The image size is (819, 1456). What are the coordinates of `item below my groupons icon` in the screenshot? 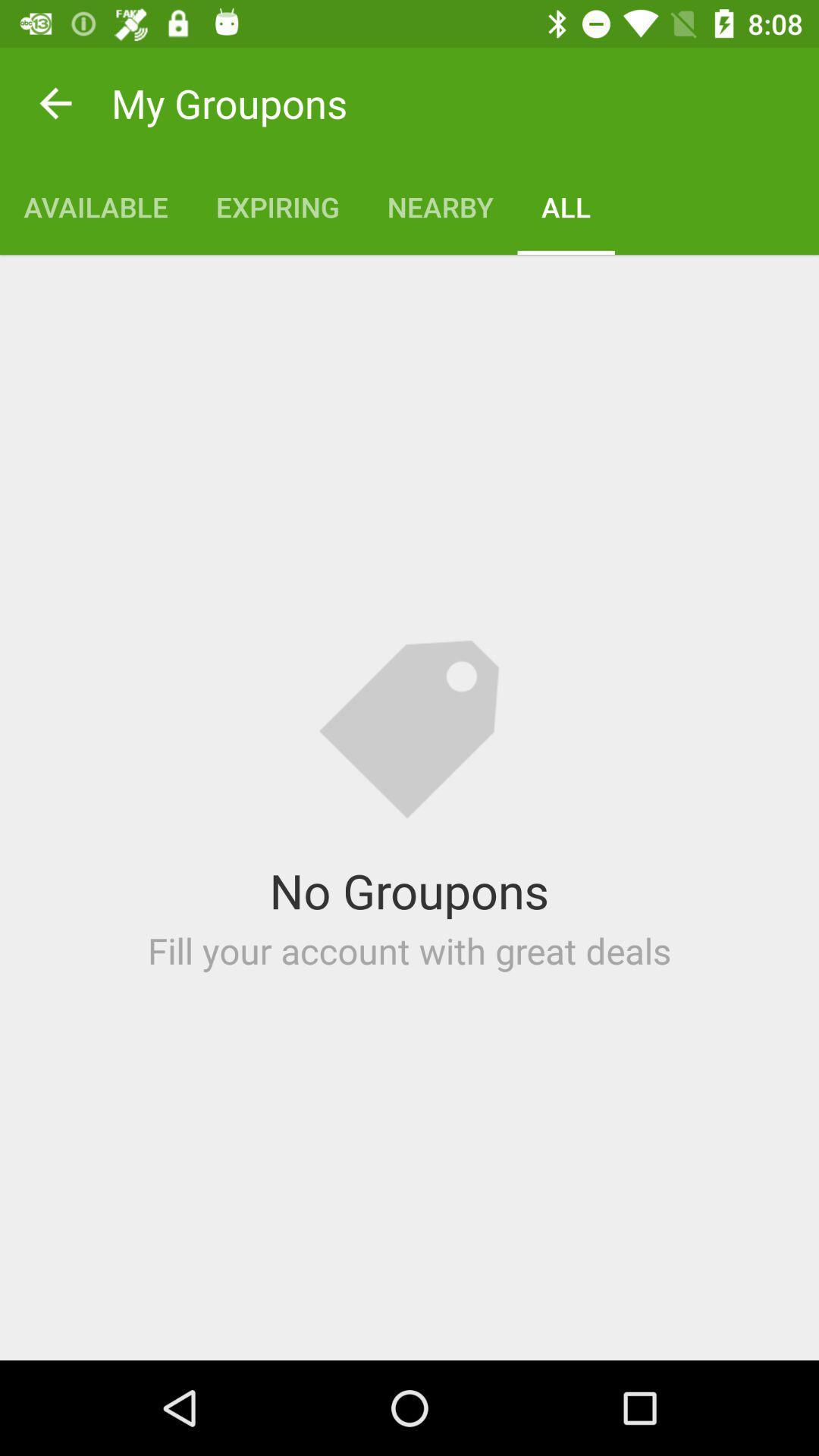 It's located at (278, 206).